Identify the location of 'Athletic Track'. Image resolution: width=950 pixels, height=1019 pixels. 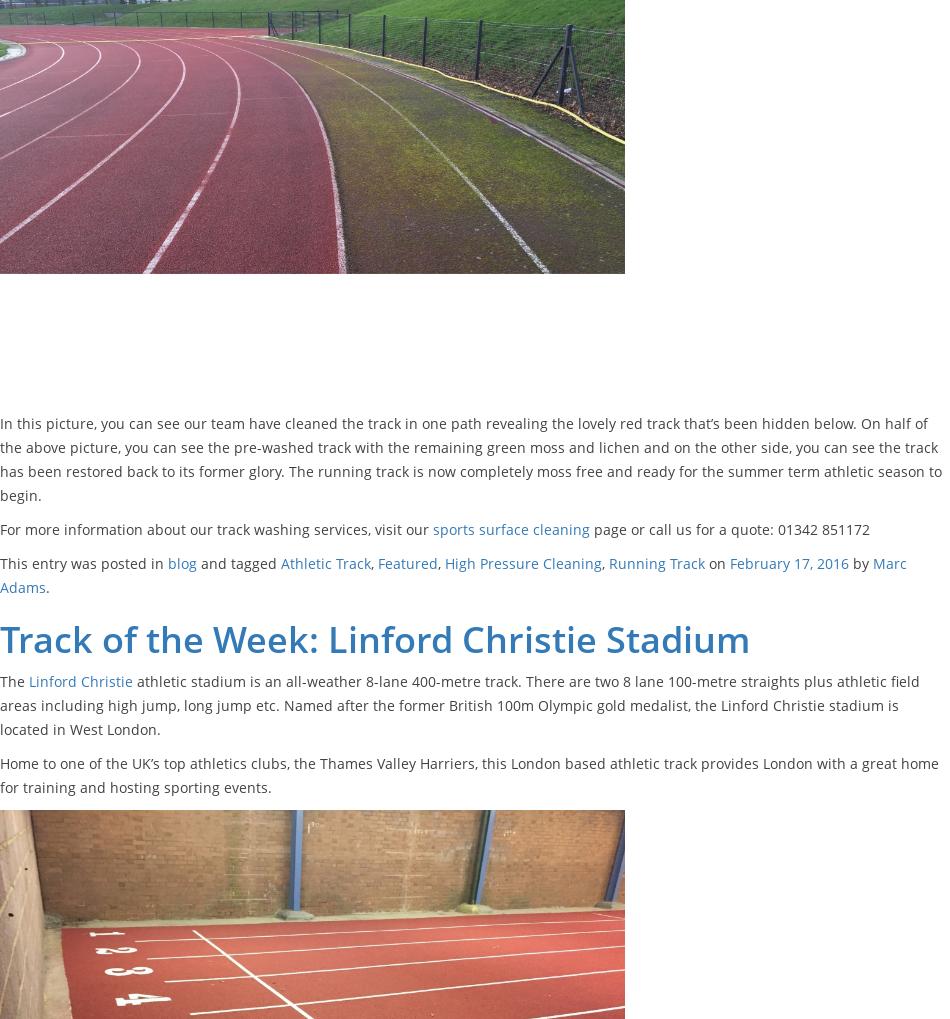
(325, 561).